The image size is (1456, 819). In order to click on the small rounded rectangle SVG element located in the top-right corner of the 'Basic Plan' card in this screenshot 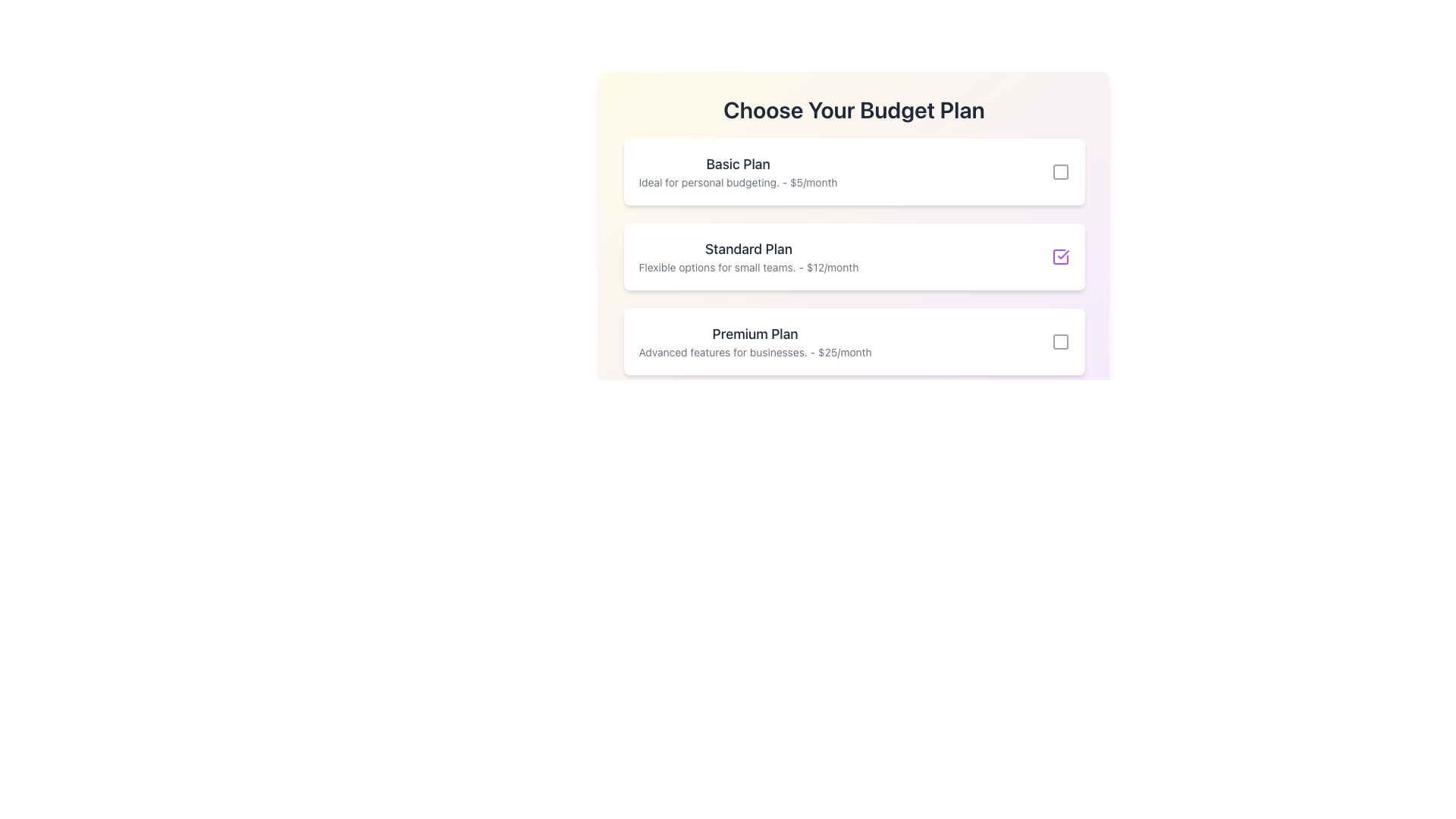, I will do `click(1059, 171)`.